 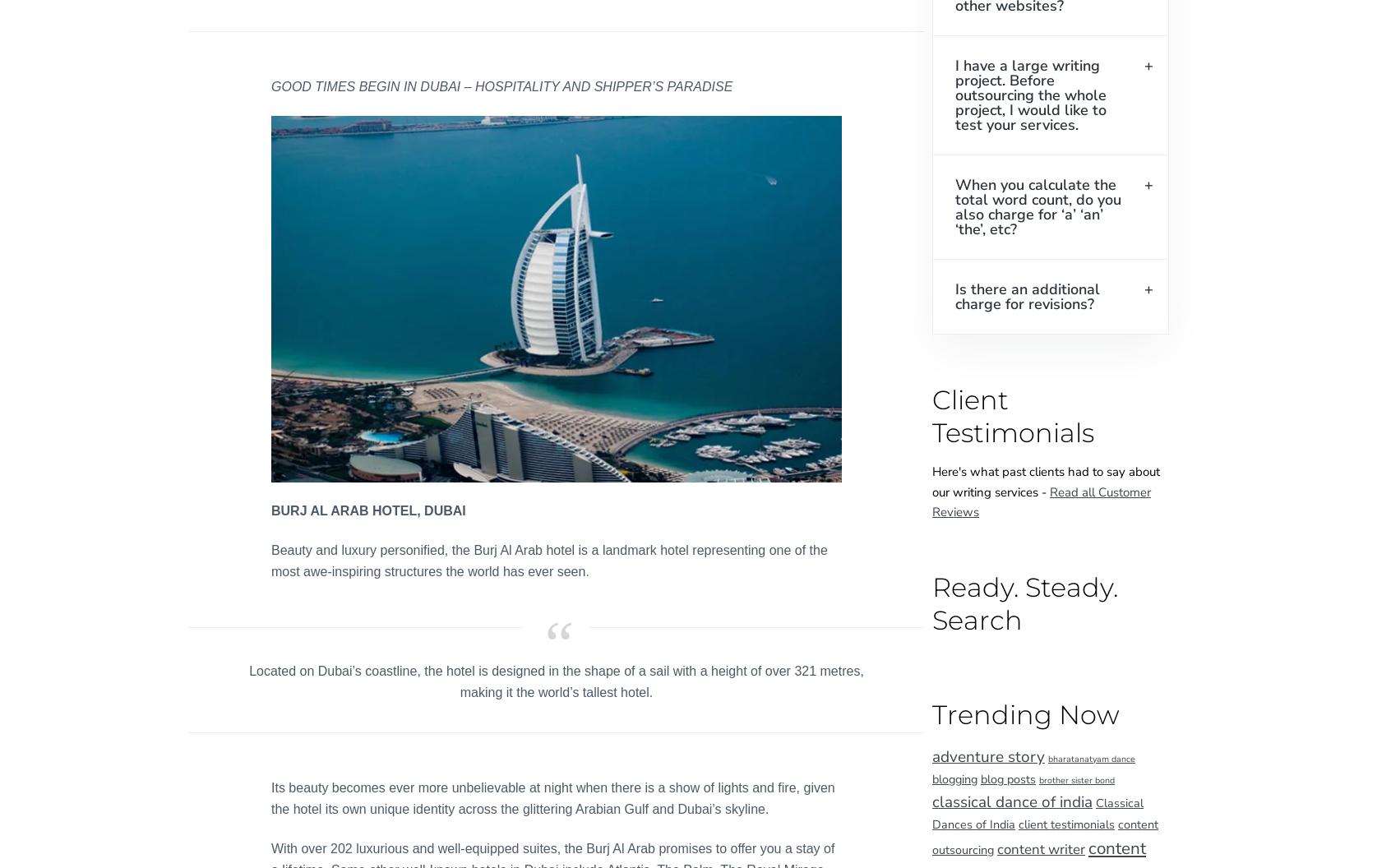 I want to click on 'Its beauty becomes ever more unbelievable at night when there is a show of lights and fire, given the hotel its own unique identity across the glittering Arabian Gulf and Dubai’s skyline.', so click(x=552, y=798).